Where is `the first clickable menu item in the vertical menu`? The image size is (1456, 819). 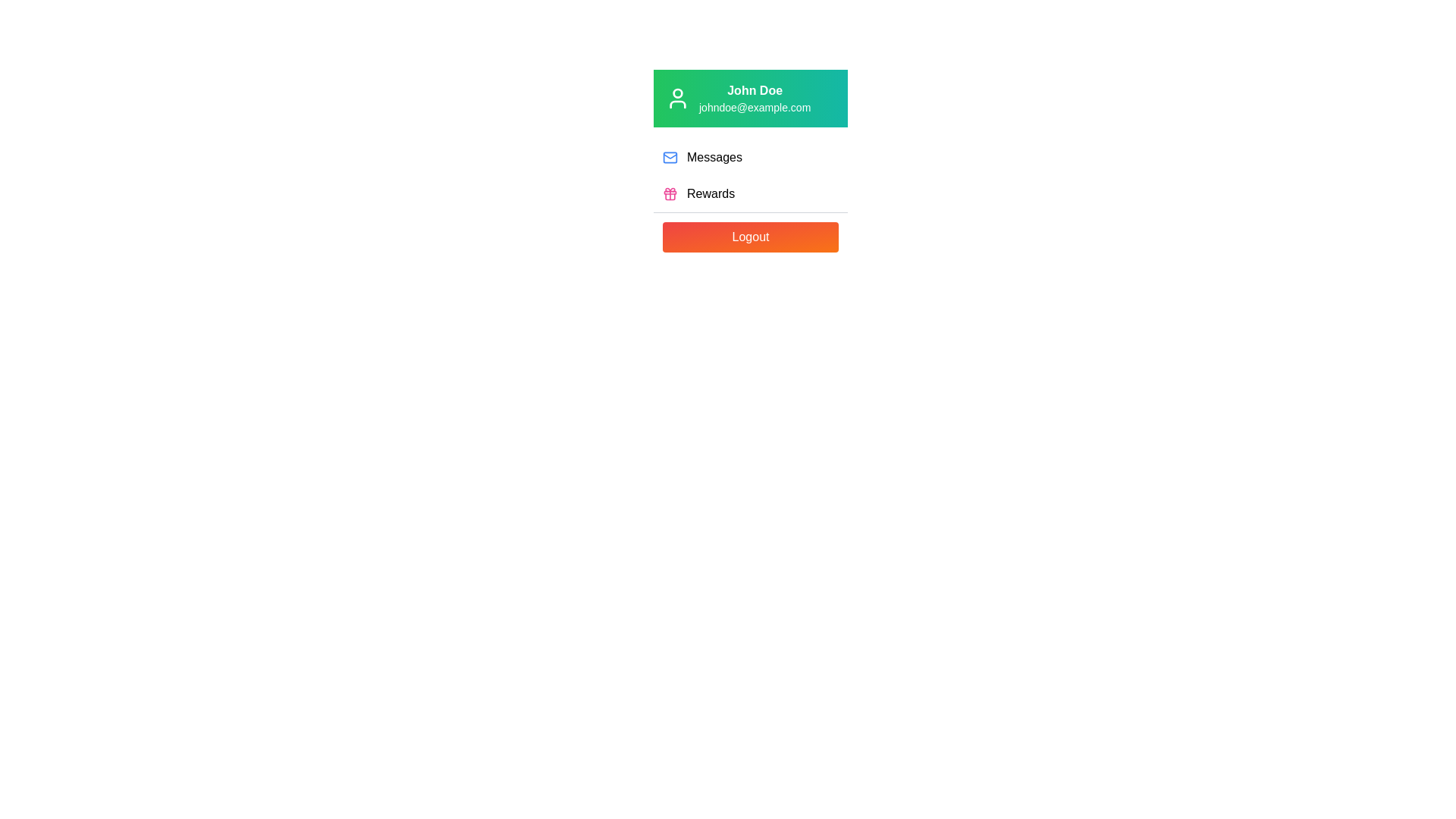
the first clickable menu item in the vertical menu is located at coordinates (750, 158).